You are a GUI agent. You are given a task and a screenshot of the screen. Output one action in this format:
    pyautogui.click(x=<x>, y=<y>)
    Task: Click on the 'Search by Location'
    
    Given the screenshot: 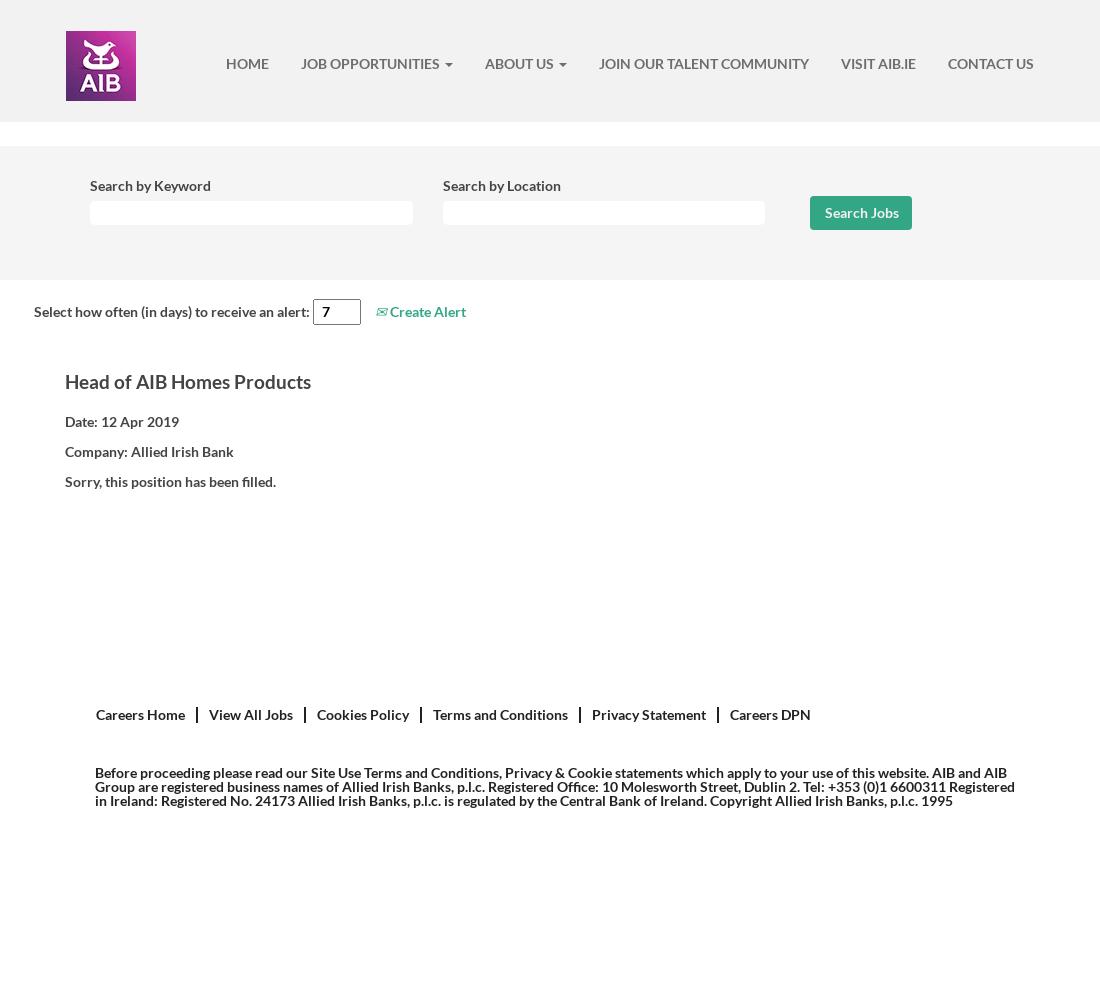 What is the action you would take?
    pyautogui.click(x=501, y=185)
    